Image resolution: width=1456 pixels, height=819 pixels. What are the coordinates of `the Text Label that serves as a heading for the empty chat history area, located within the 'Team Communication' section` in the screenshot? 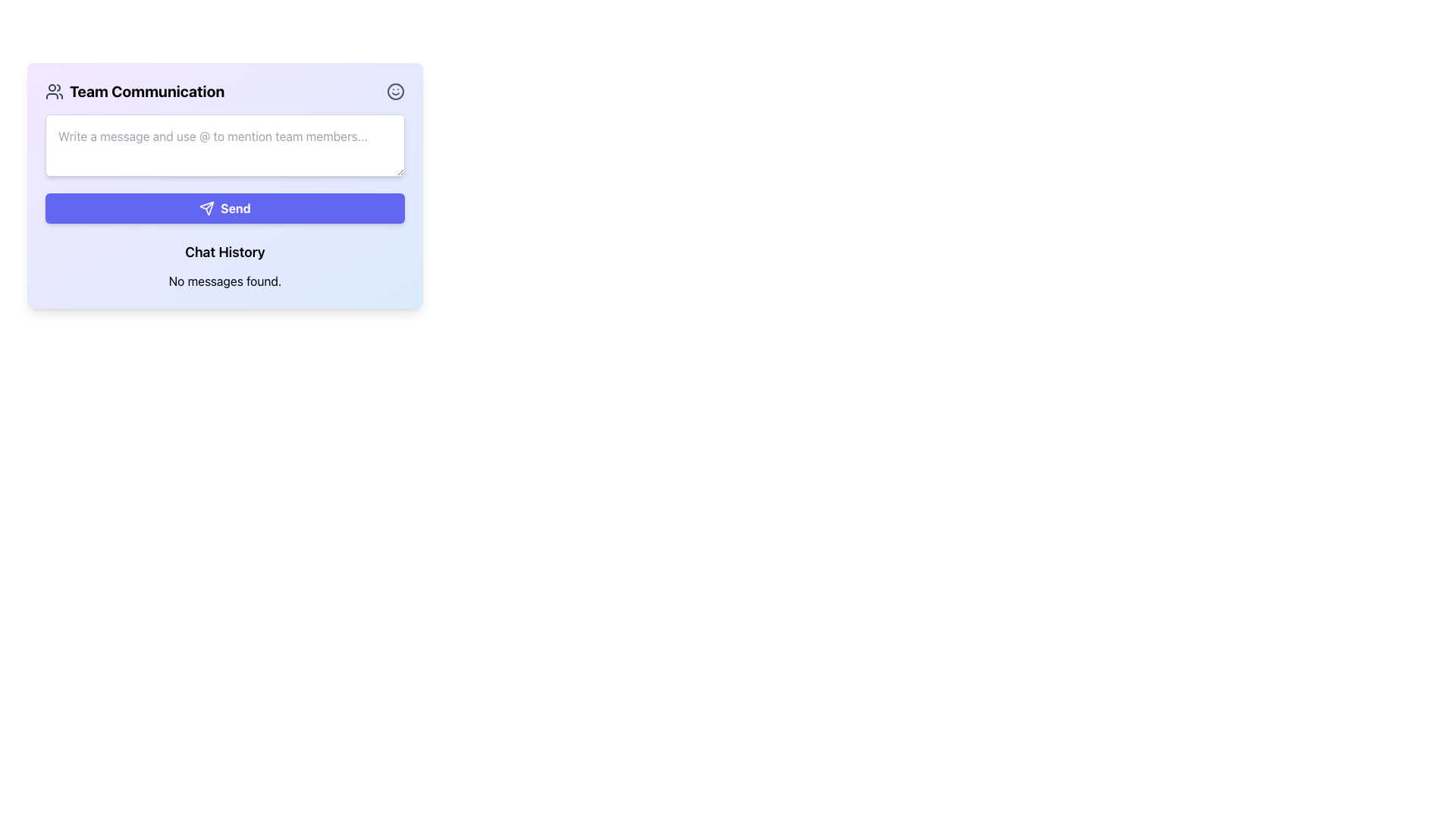 It's located at (224, 251).